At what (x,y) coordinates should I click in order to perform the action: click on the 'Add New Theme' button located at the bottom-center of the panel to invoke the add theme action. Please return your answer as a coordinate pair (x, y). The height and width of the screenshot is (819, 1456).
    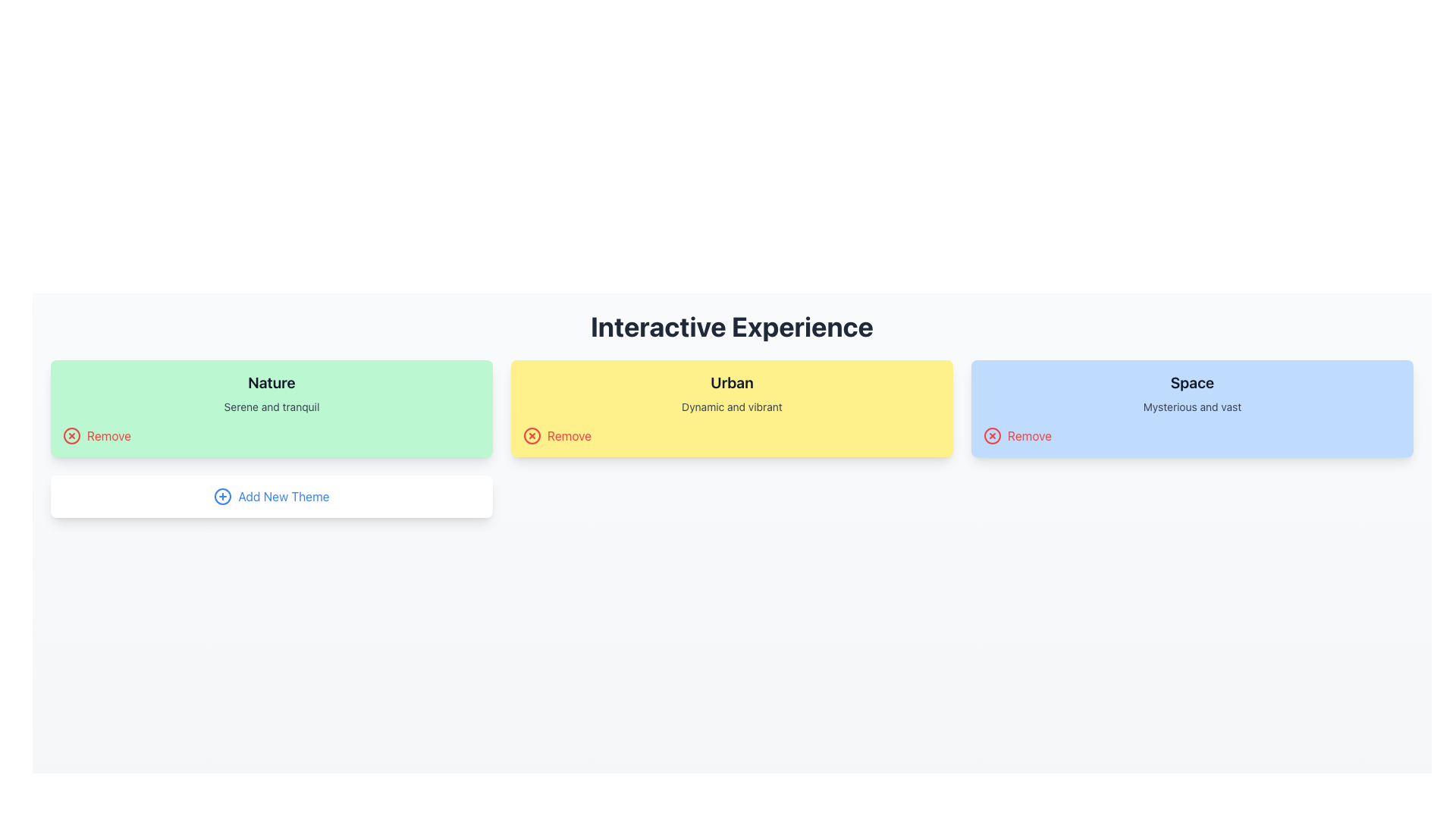
    Looking at the image, I should click on (271, 497).